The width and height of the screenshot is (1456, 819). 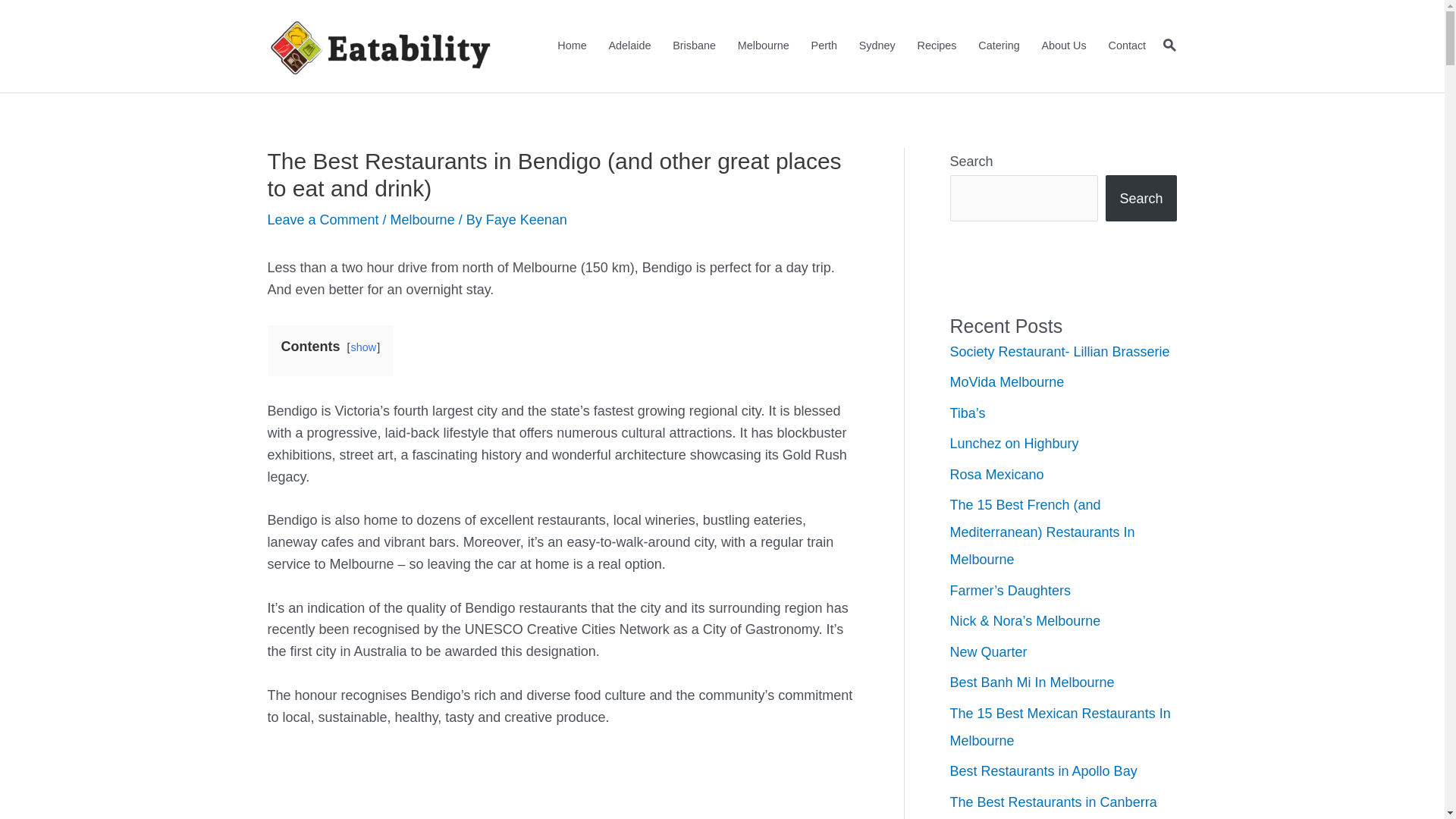 What do you see at coordinates (694, 45) in the screenshot?
I see `'Brisbane'` at bounding box center [694, 45].